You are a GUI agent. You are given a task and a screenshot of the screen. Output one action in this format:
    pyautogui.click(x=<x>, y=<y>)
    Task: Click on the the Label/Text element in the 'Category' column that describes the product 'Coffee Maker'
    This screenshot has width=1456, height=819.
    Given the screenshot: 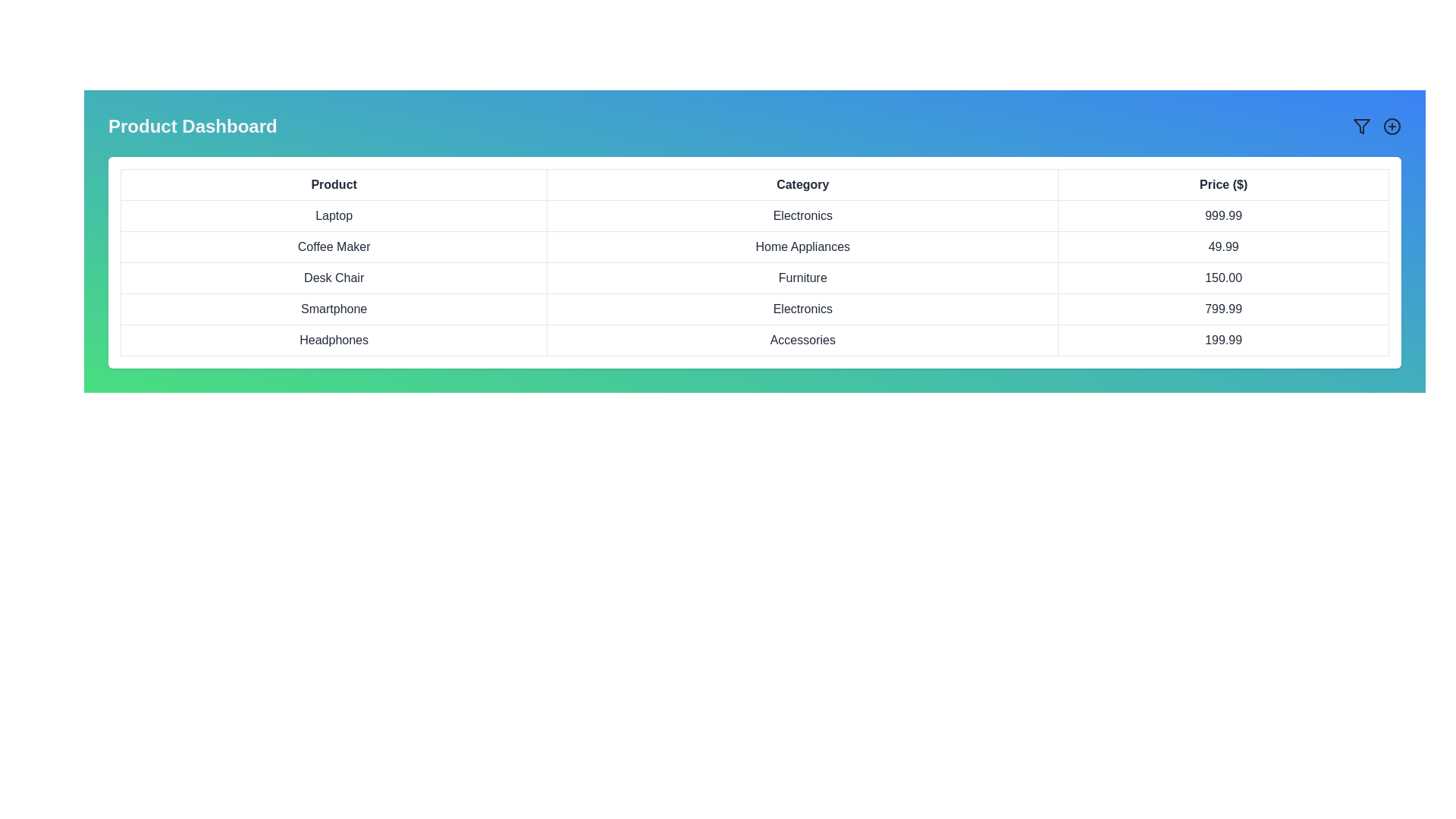 What is the action you would take?
    pyautogui.click(x=802, y=246)
    